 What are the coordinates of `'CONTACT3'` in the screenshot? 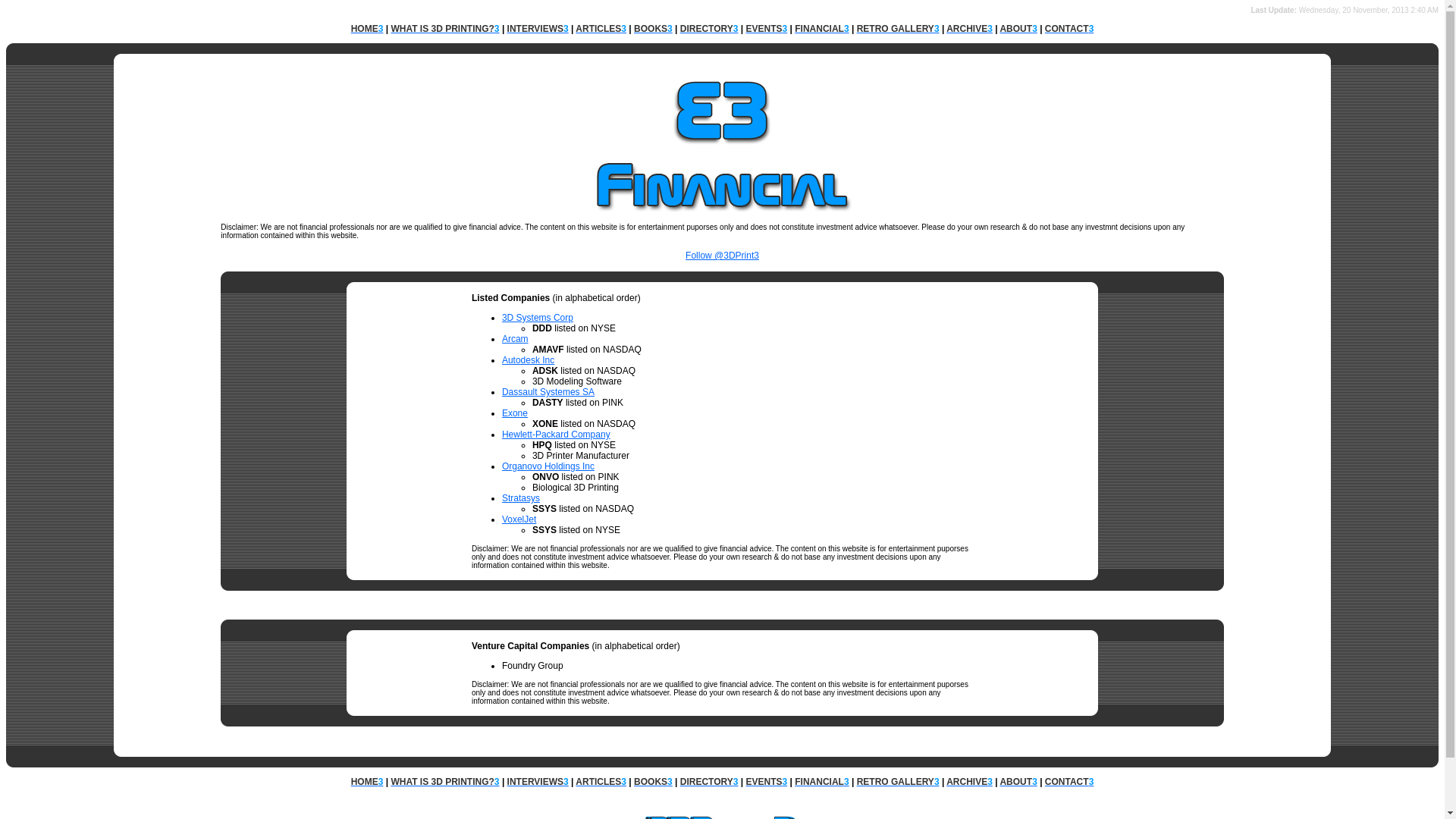 It's located at (1043, 781).